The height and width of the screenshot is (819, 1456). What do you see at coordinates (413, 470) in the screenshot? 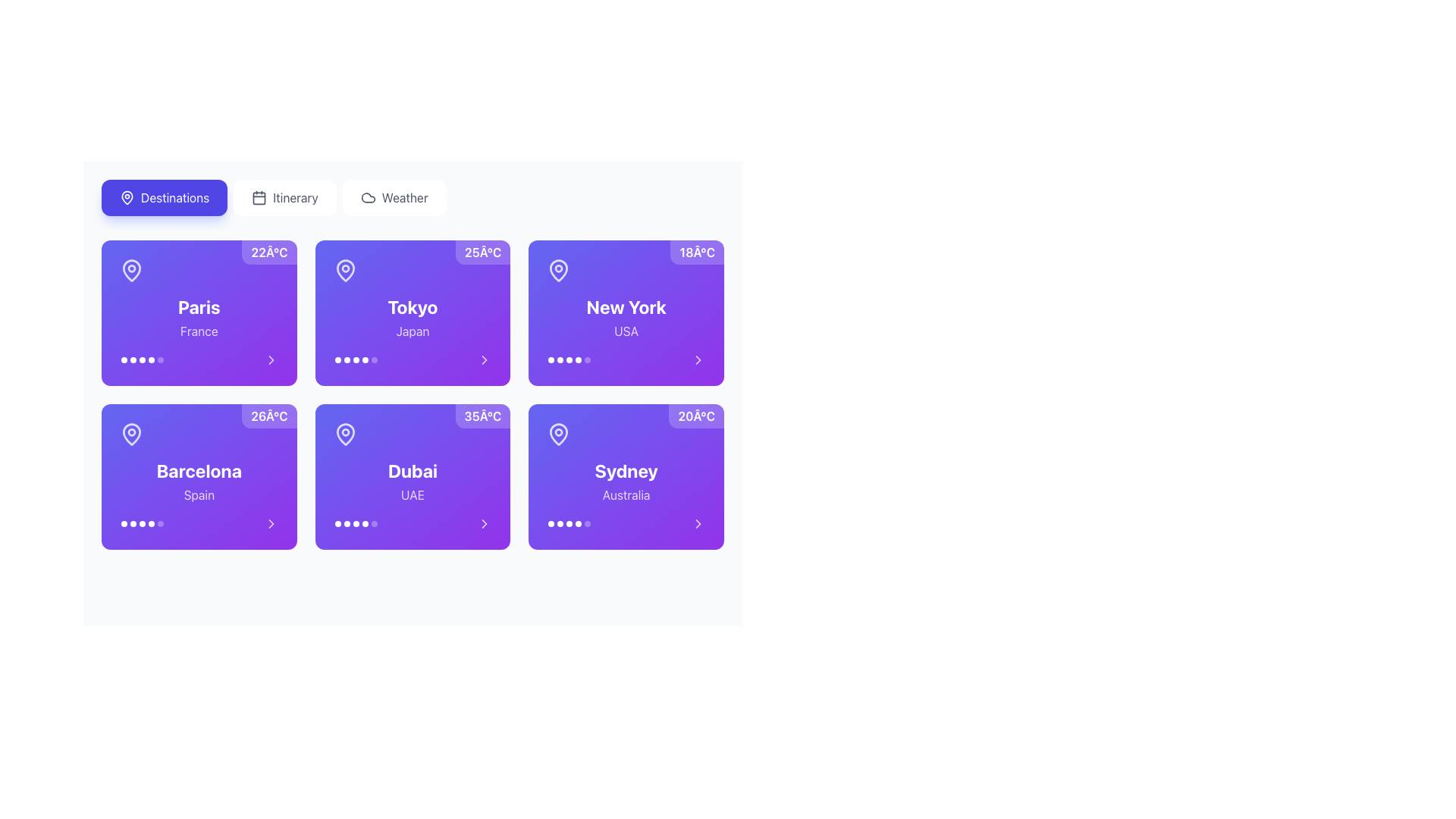
I see `the card containing the title text 'Dubai', which is located in the third card of the second row of a grid layout with a purple gradient background` at bounding box center [413, 470].